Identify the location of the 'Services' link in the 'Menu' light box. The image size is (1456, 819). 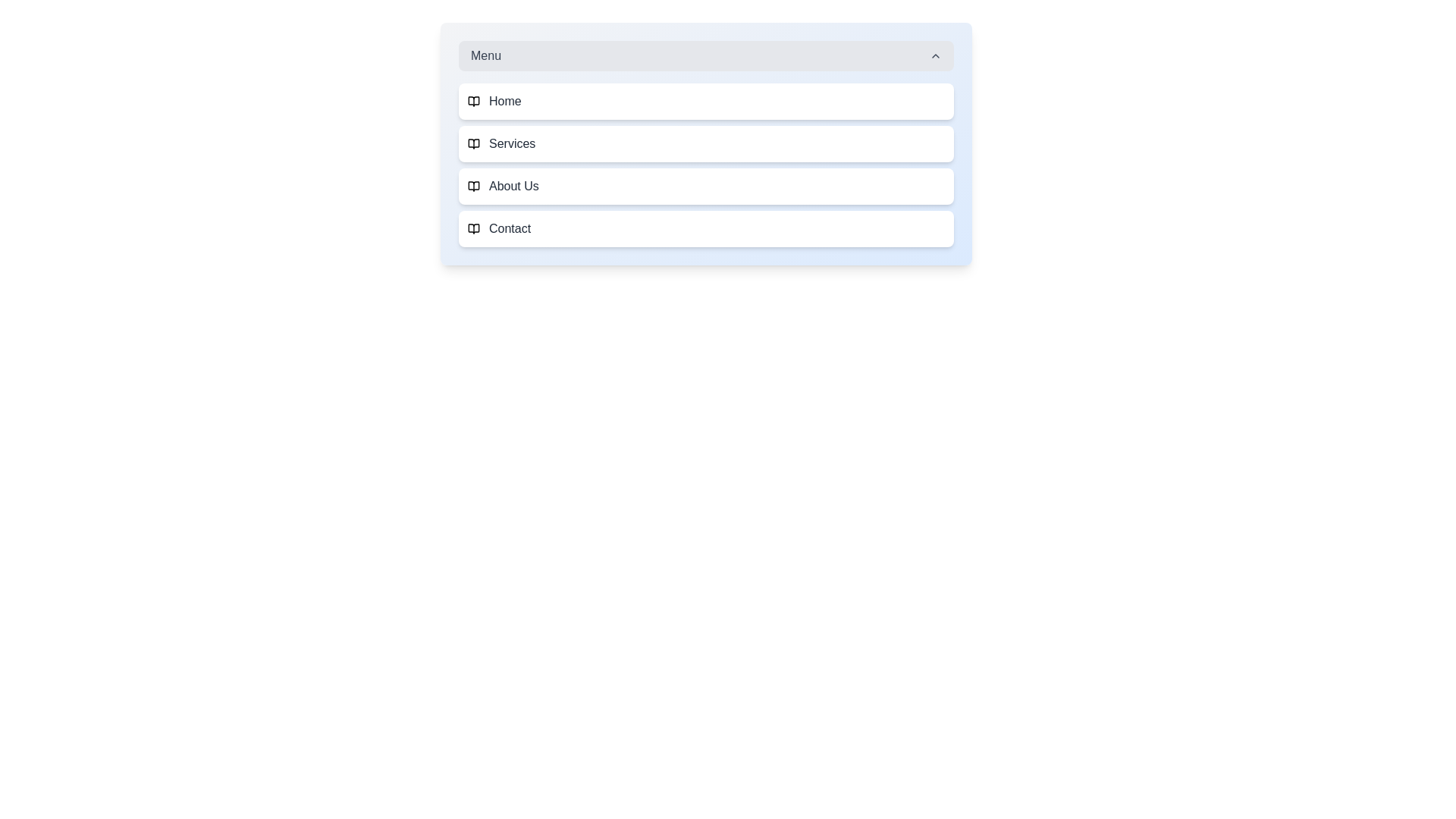
(705, 143).